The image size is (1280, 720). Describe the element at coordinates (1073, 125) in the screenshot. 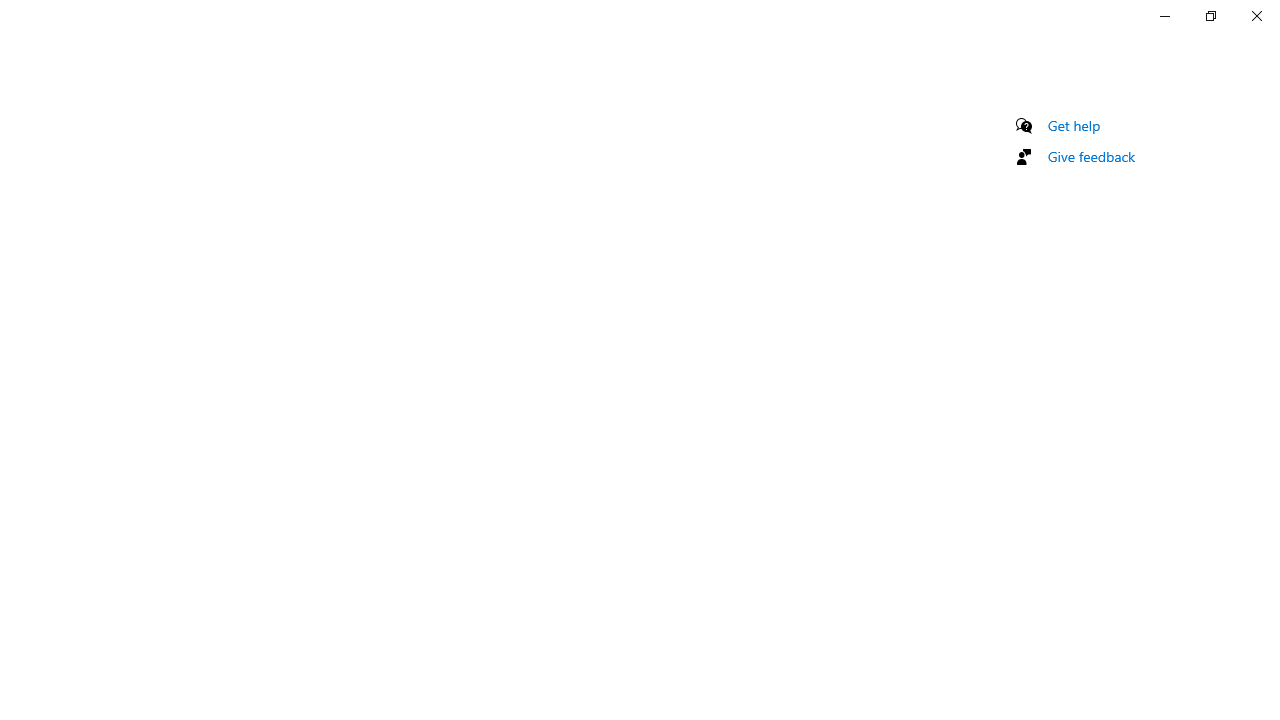

I see `'Get help'` at that location.